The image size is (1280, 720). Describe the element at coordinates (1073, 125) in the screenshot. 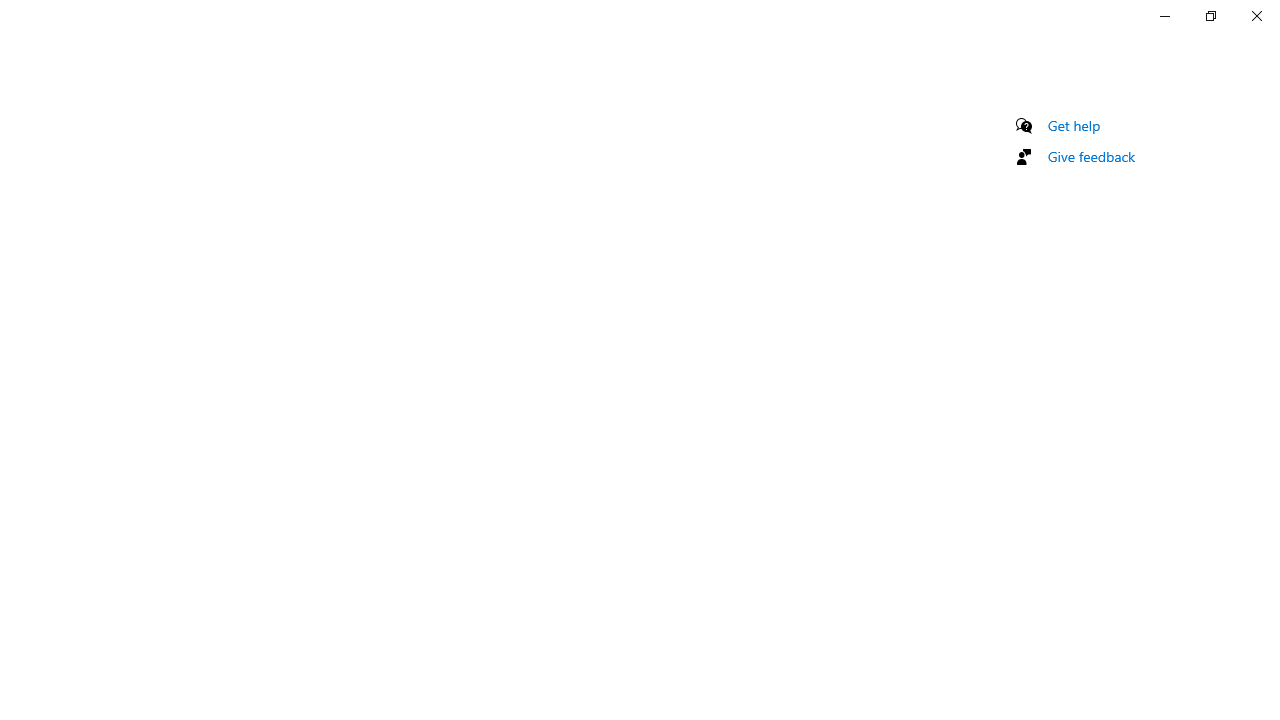

I see `'Get help'` at that location.